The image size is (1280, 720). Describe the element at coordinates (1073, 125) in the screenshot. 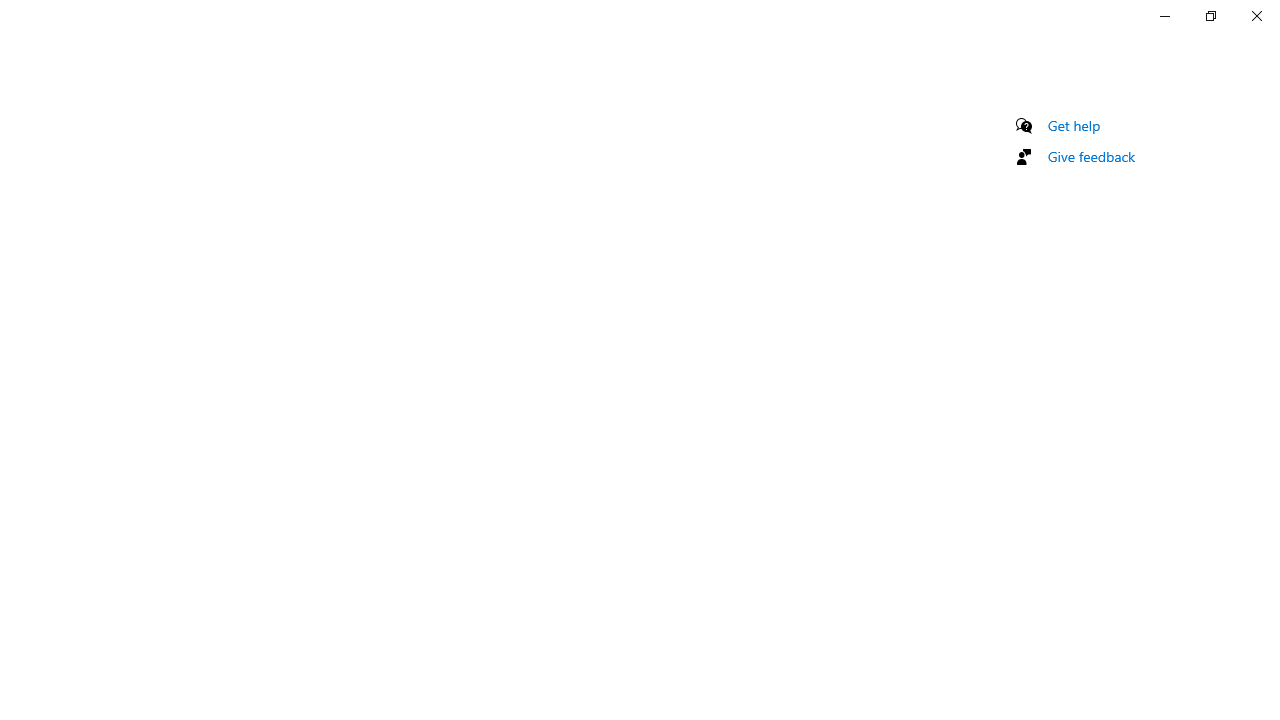

I see `'Get help'` at that location.